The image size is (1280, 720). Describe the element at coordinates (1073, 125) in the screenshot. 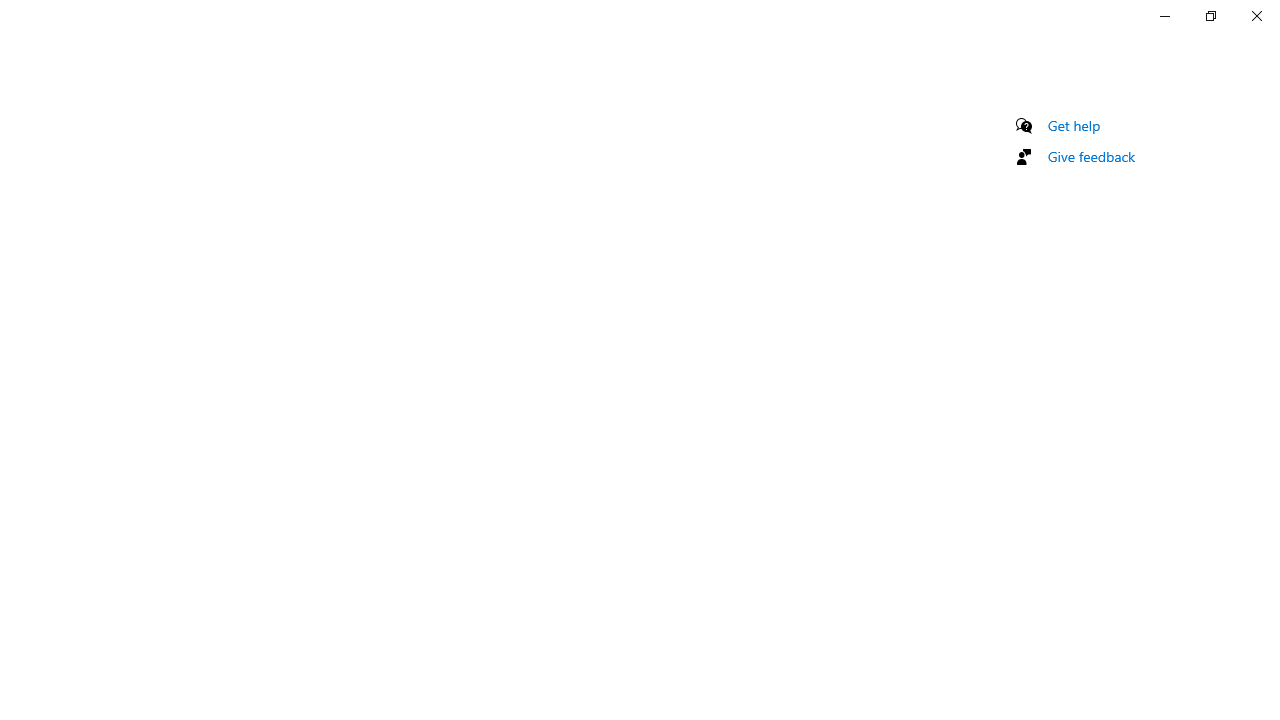

I see `'Get help'` at that location.